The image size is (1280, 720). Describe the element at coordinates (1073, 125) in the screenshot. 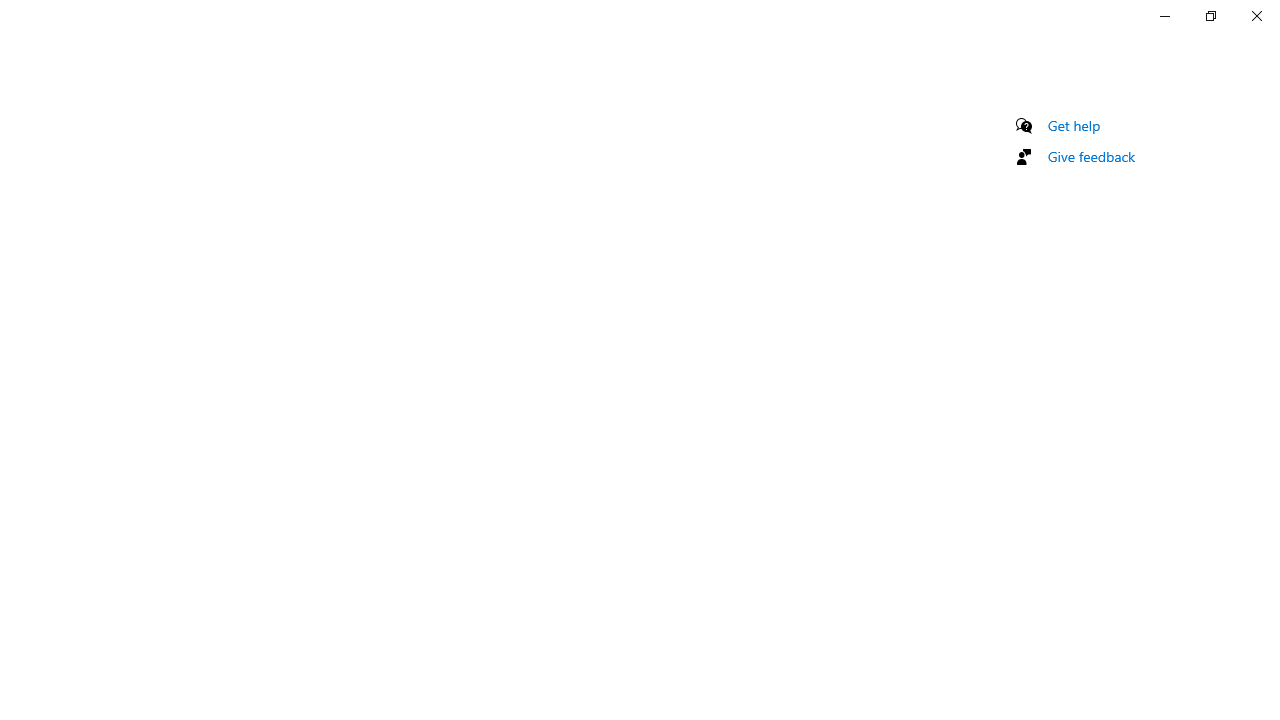

I see `'Get help'` at that location.